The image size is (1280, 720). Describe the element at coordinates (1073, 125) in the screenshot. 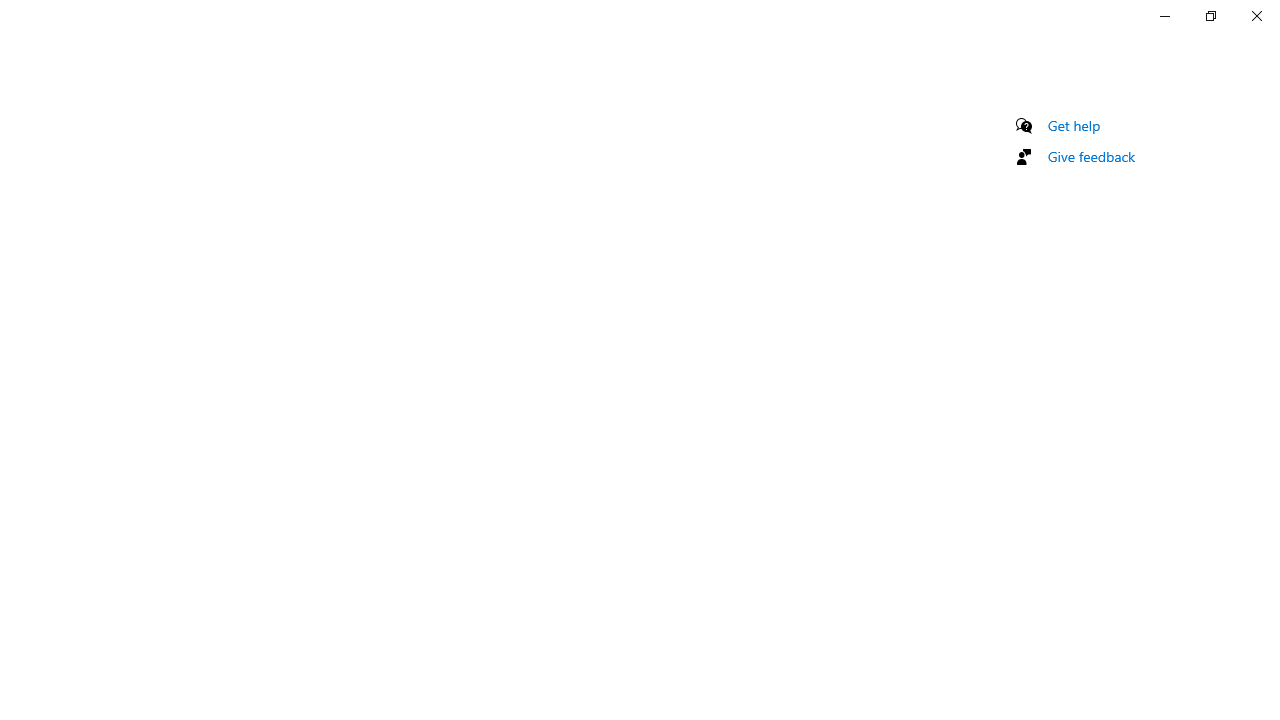

I see `'Get help'` at that location.